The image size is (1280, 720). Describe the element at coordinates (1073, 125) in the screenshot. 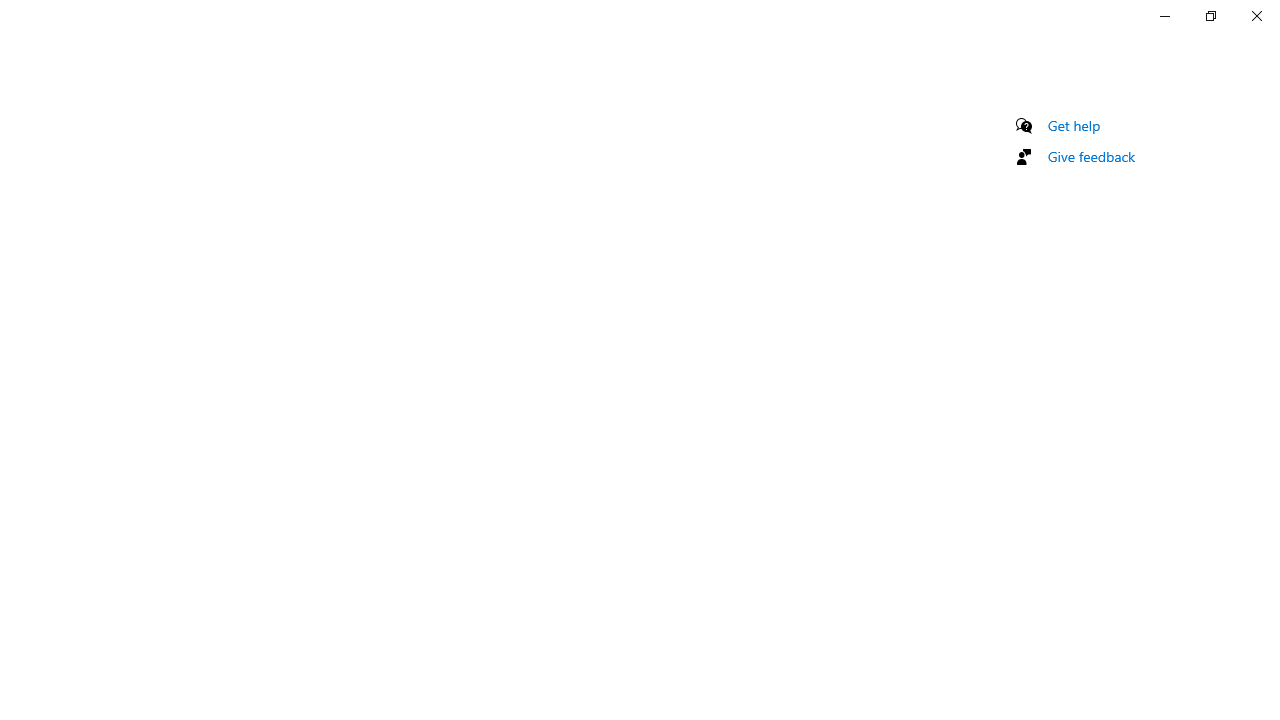

I see `'Get help'` at that location.